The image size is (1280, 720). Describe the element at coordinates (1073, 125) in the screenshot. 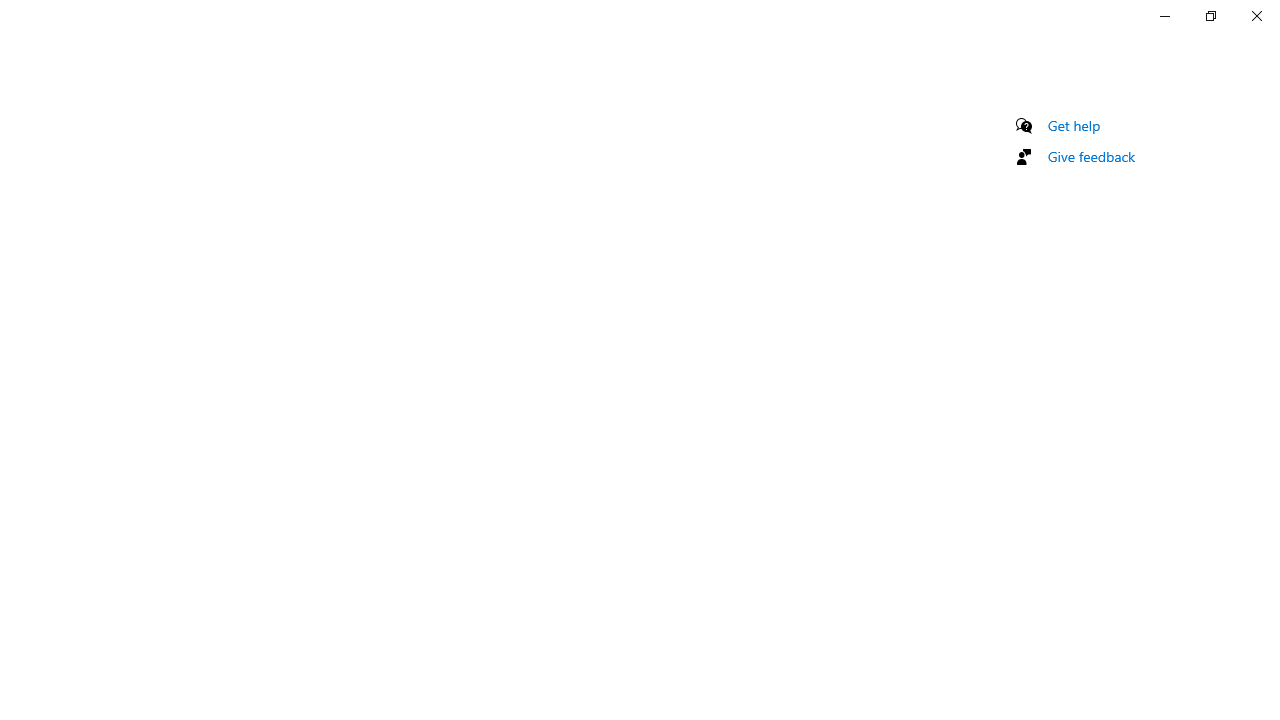

I see `'Get help'` at that location.